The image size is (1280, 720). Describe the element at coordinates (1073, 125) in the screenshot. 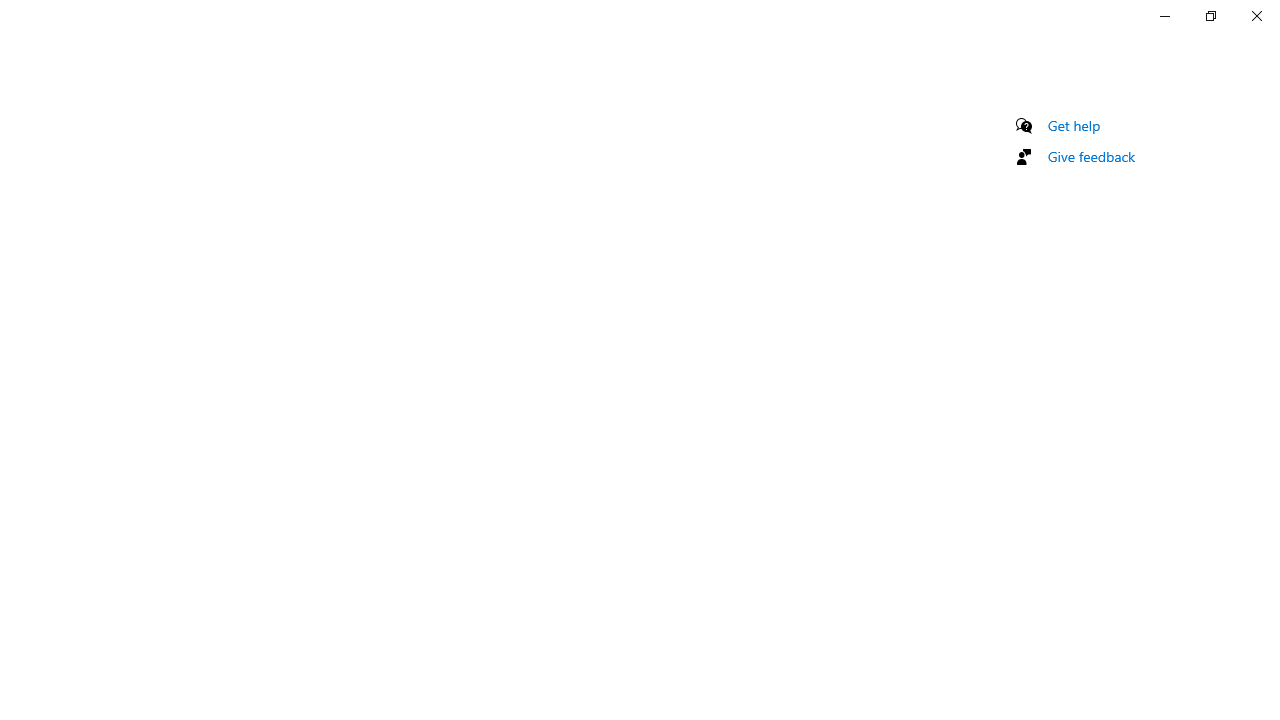

I see `'Get help'` at that location.